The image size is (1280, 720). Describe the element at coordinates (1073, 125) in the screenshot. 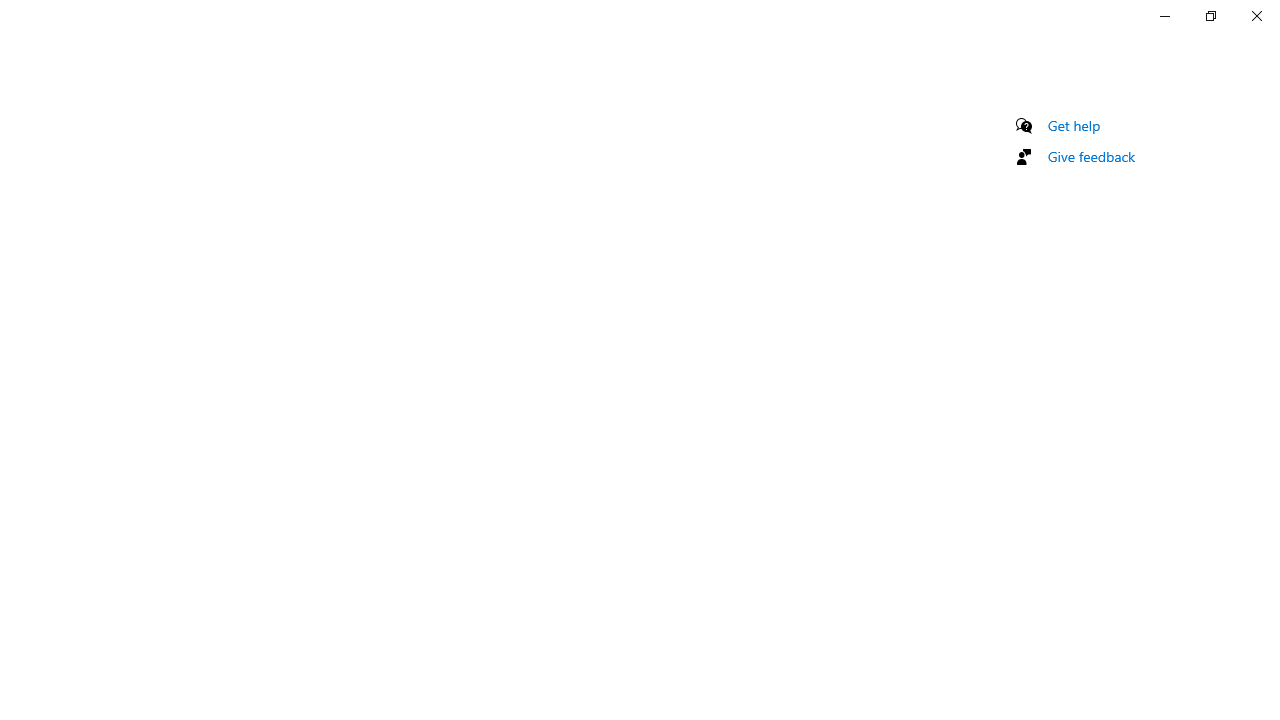

I see `'Get help'` at that location.